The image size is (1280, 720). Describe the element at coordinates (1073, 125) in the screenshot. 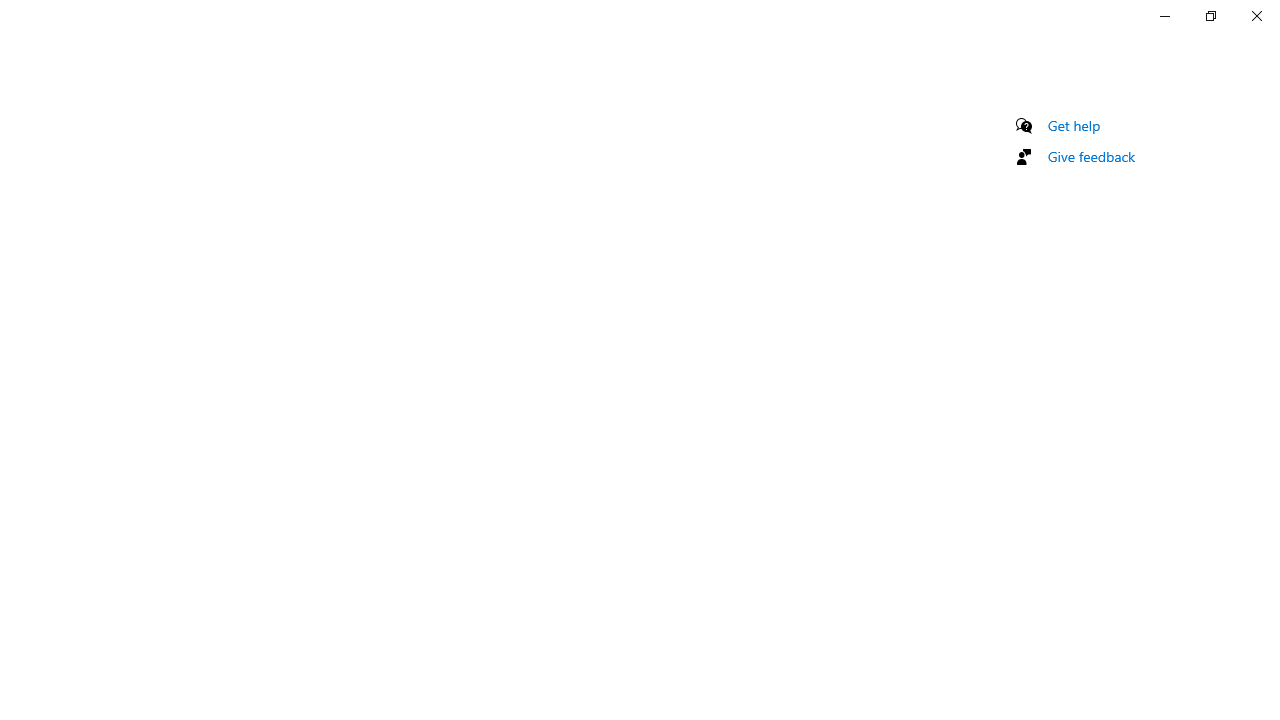

I see `'Get help'` at that location.